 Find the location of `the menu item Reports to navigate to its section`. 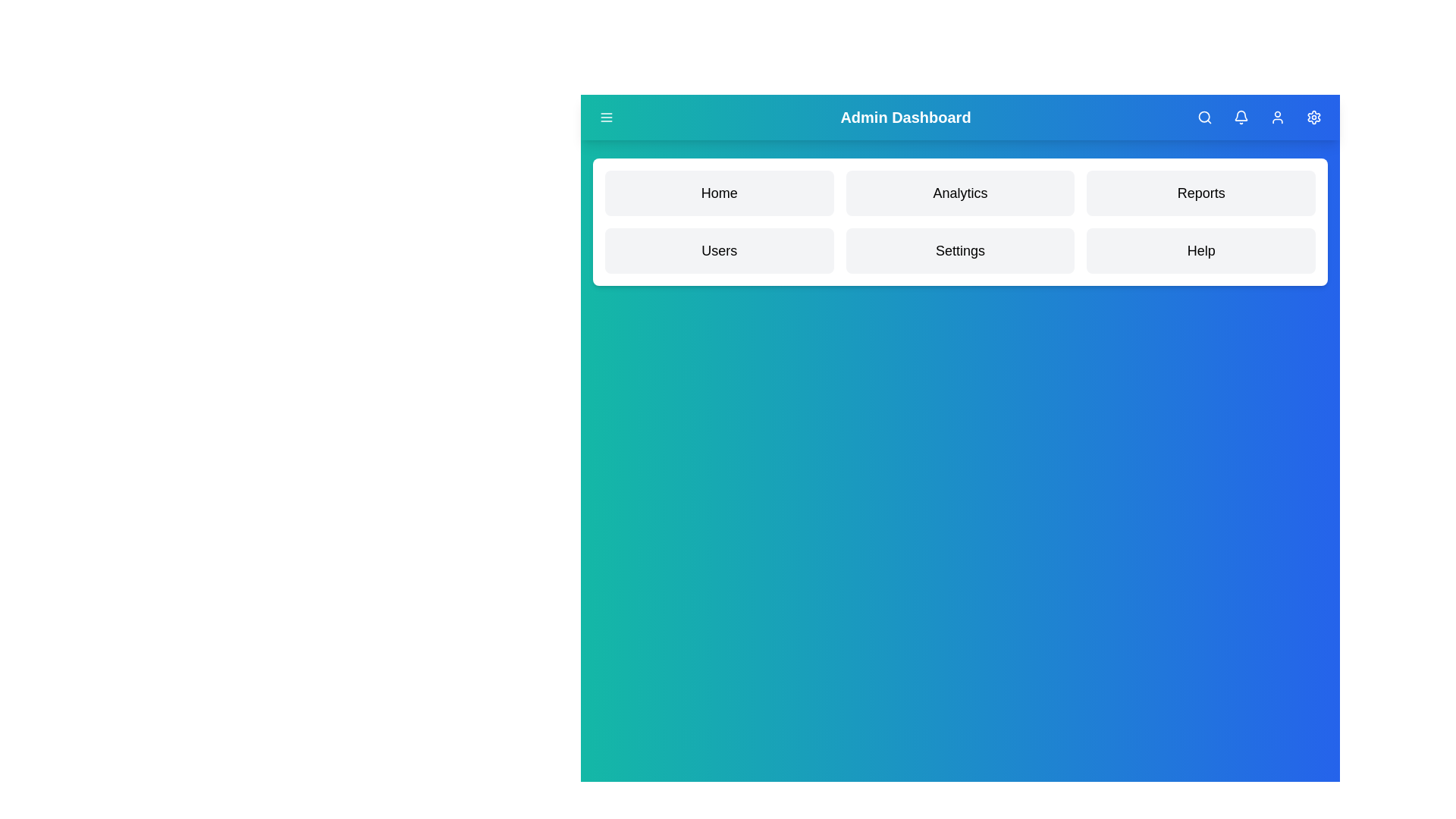

the menu item Reports to navigate to its section is located at coordinates (1200, 192).